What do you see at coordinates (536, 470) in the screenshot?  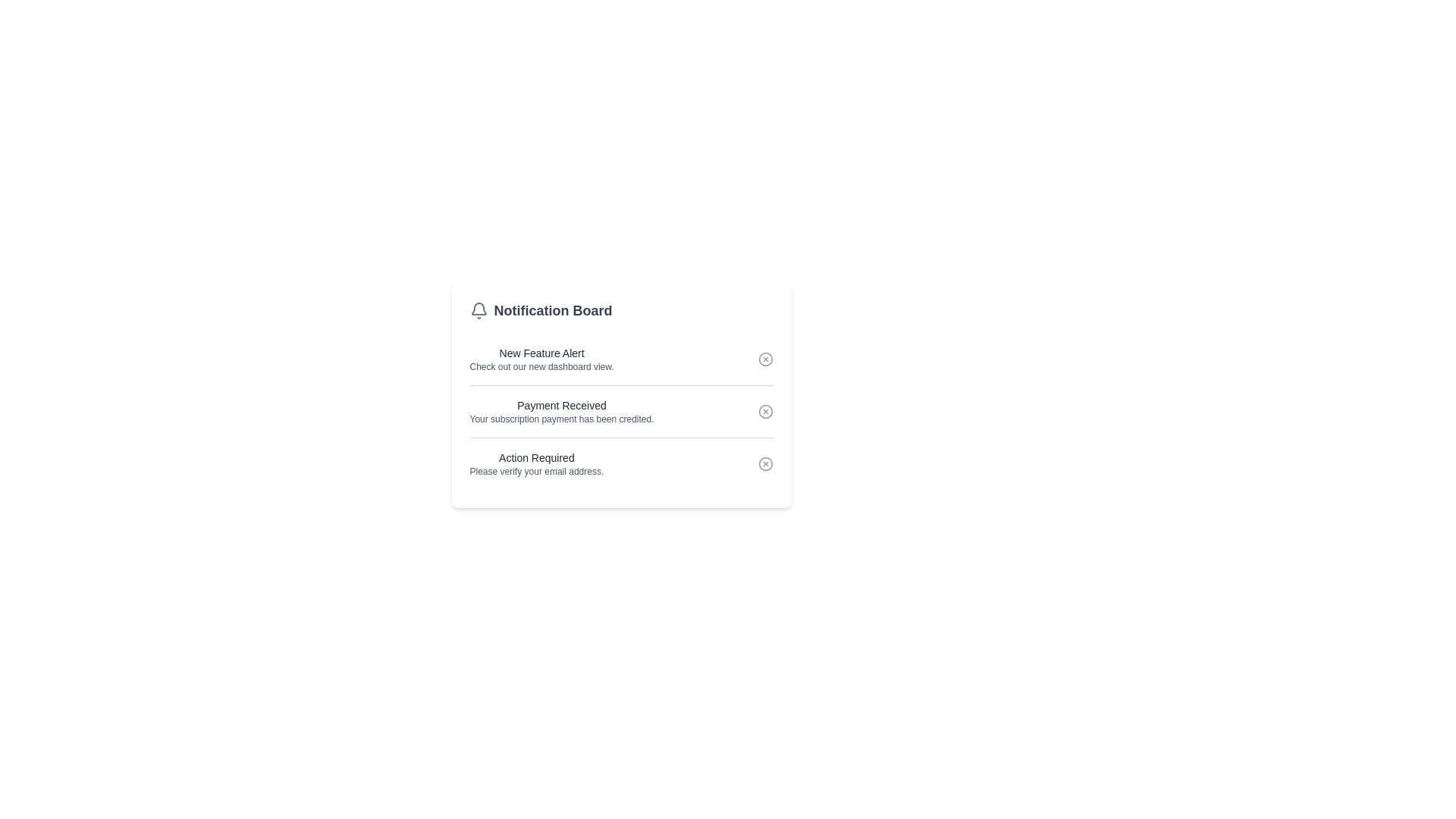 I see `the informational text label that instructs users to verify their email address, positioned below 'Action Required' in the notification panel` at bounding box center [536, 470].